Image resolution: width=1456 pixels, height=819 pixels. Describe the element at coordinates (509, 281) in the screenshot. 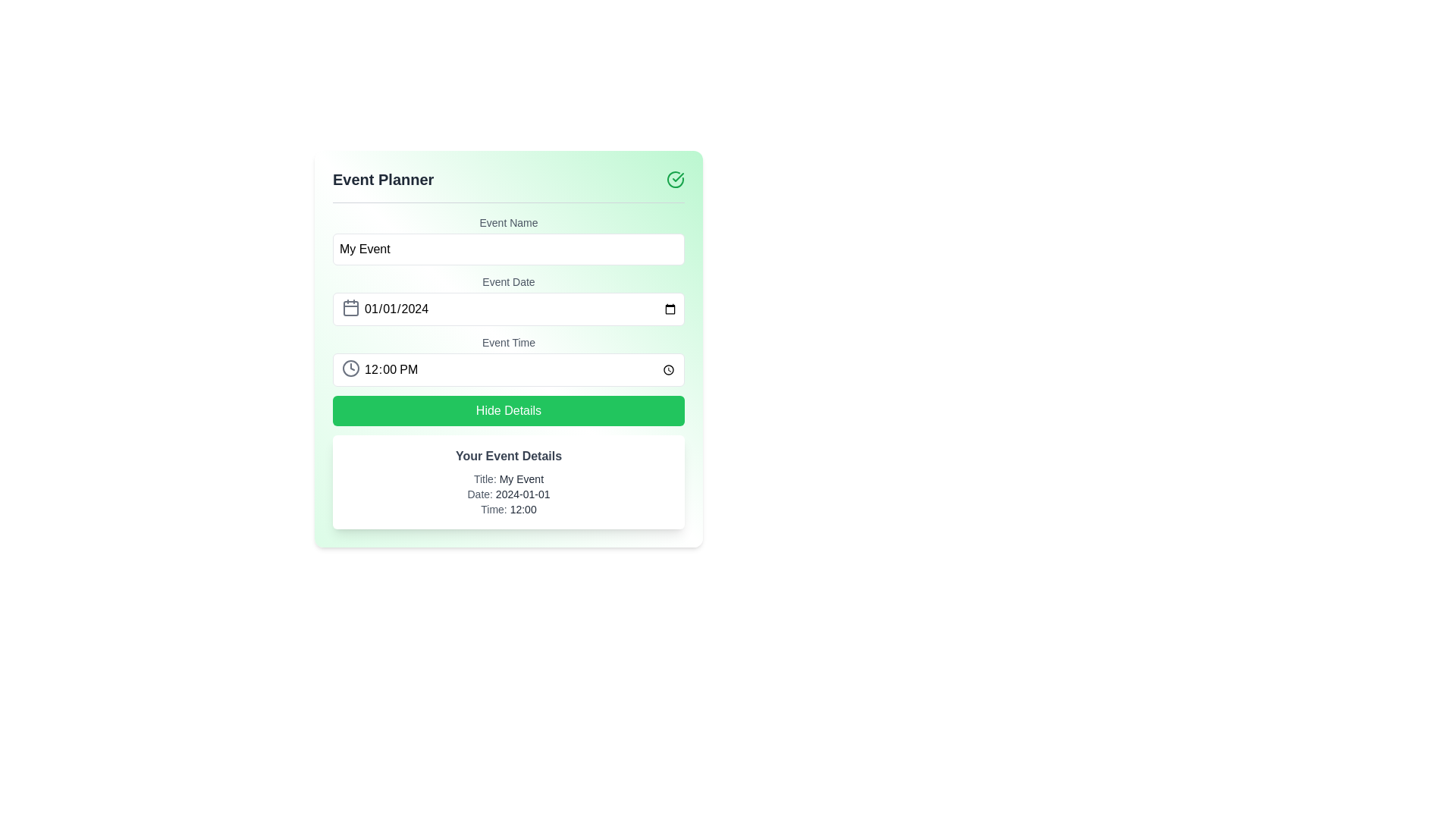

I see `the 'Event Date' static text label, which is a small gray text label positioned above the date input field in the second section of the form` at that location.